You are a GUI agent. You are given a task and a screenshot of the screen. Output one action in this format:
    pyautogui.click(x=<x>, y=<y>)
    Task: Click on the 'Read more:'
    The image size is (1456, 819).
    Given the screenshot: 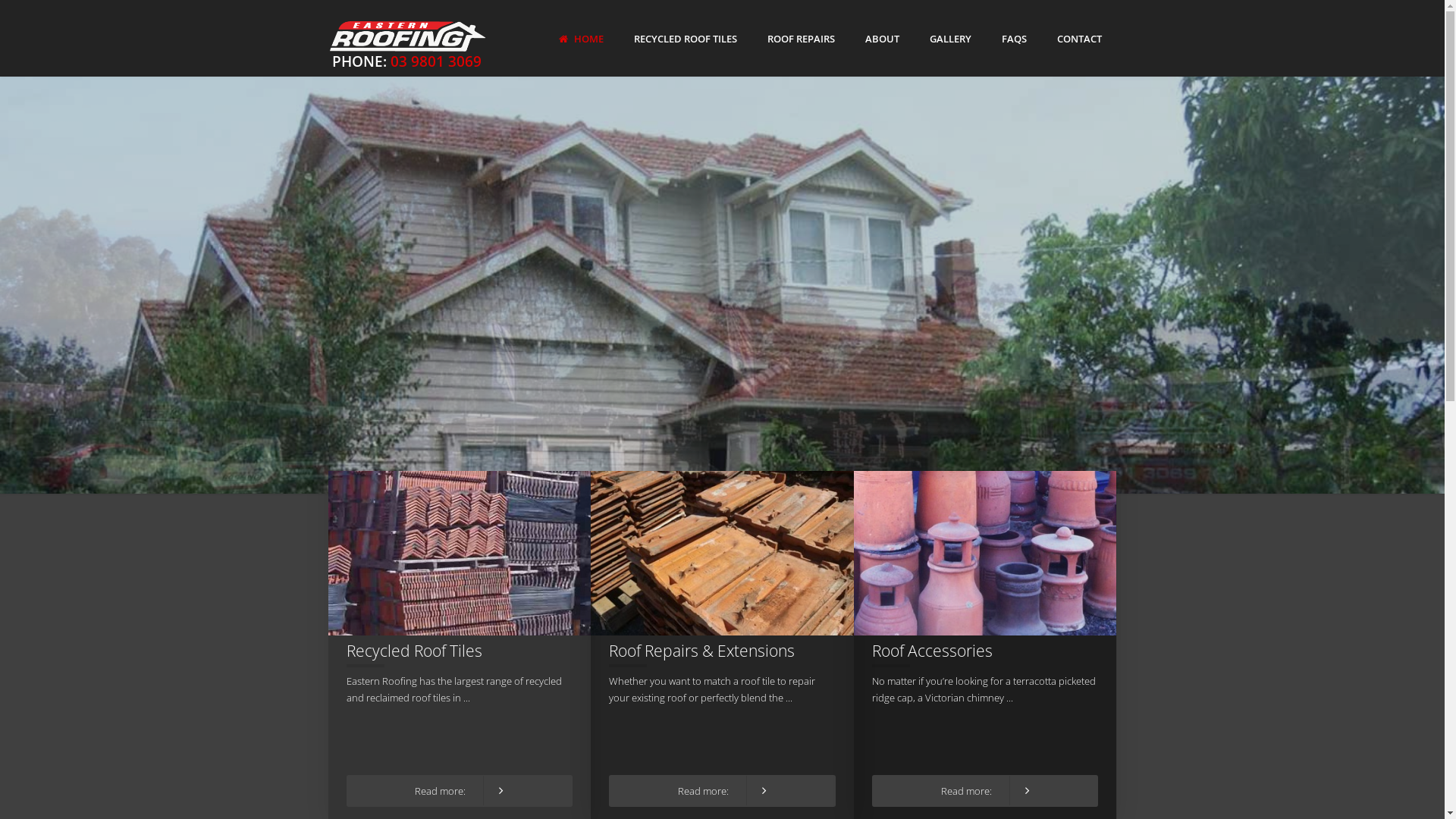 What is the action you would take?
    pyautogui.click(x=985, y=789)
    